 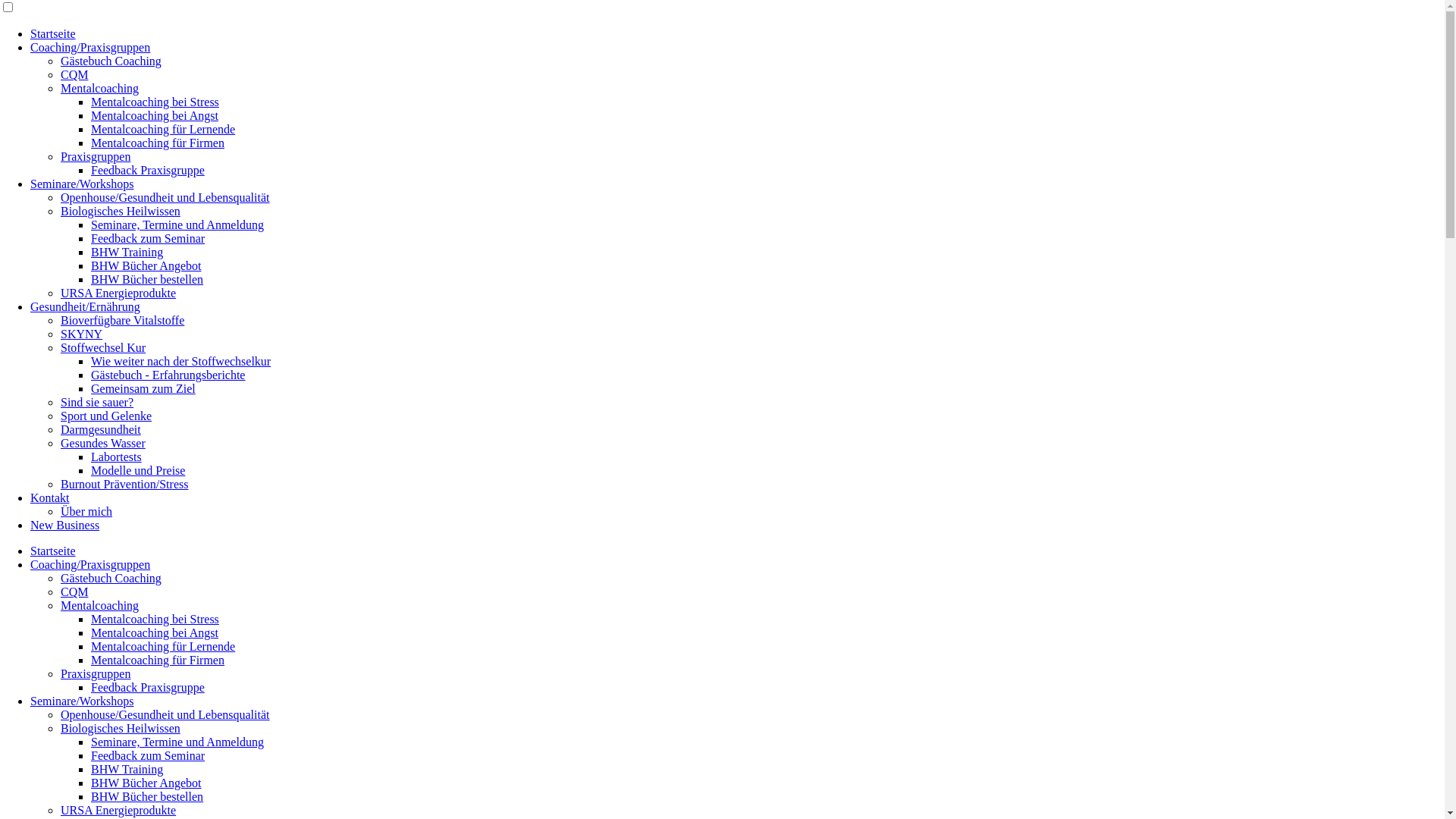 I want to click on 'Biologisches Heilwissen', so click(x=61, y=211).